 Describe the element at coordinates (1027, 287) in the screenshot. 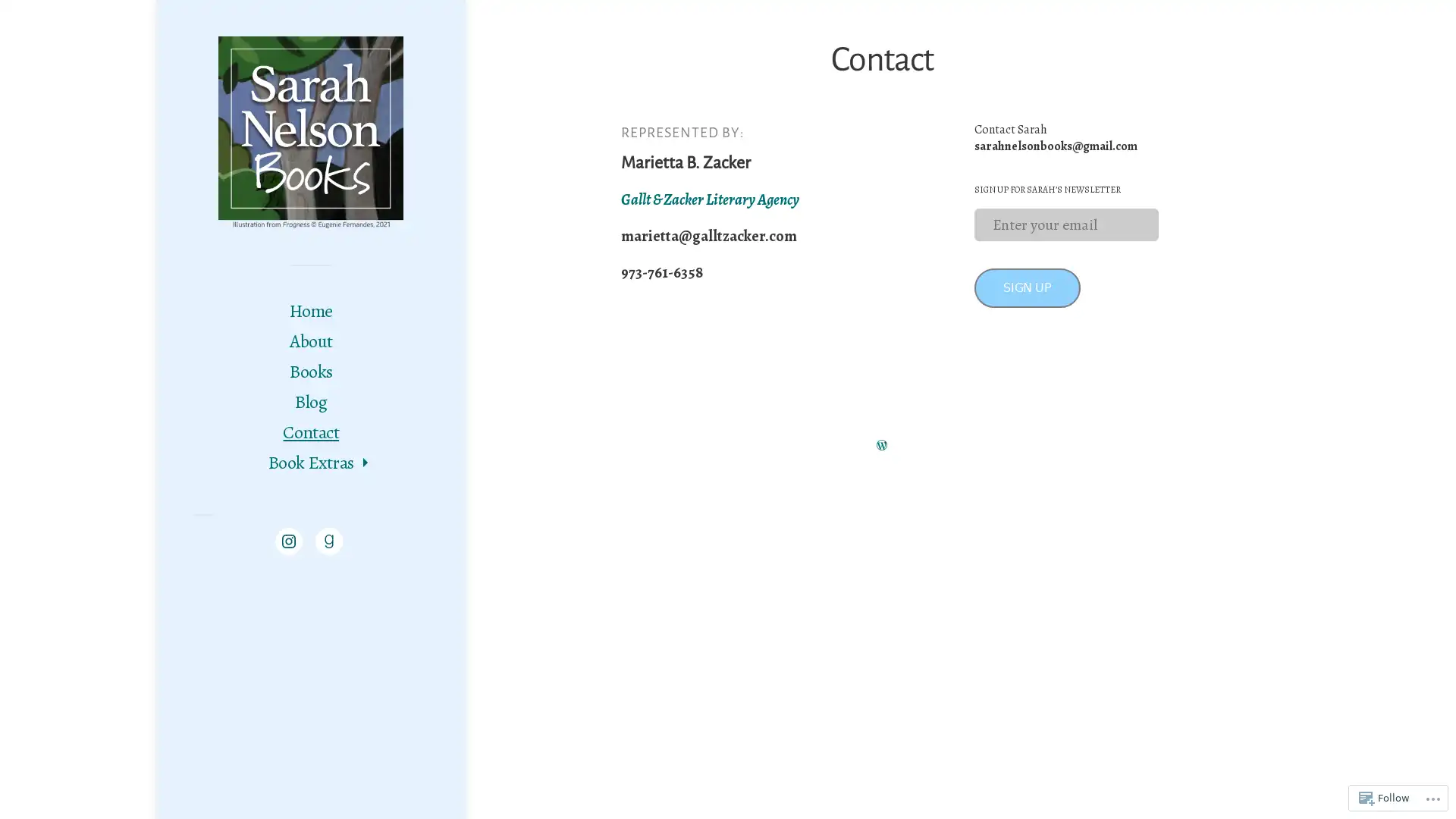

I see `SIGN UP` at that location.